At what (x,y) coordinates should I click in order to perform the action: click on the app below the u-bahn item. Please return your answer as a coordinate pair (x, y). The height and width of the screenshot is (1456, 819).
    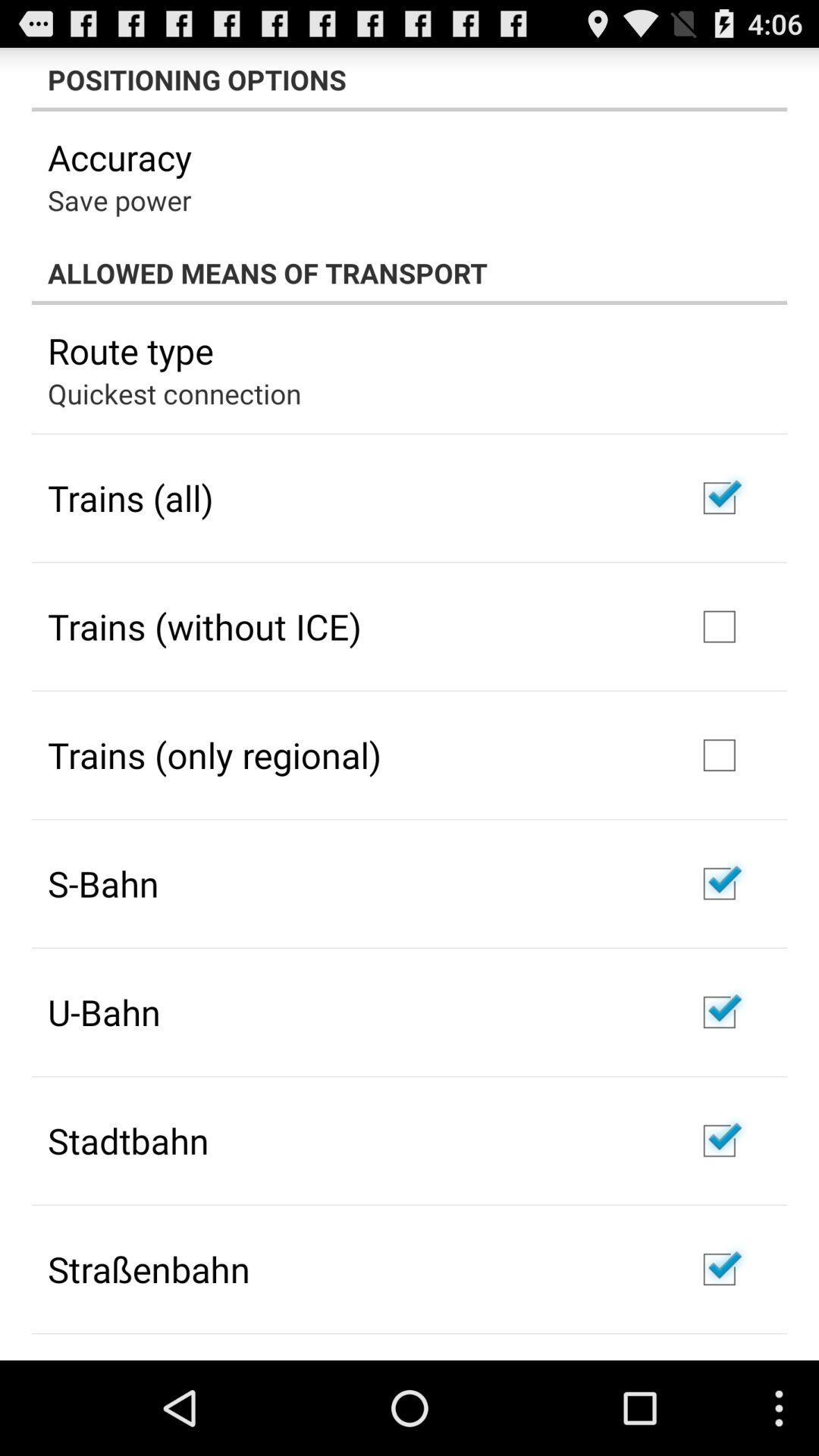
    Looking at the image, I should click on (127, 1141).